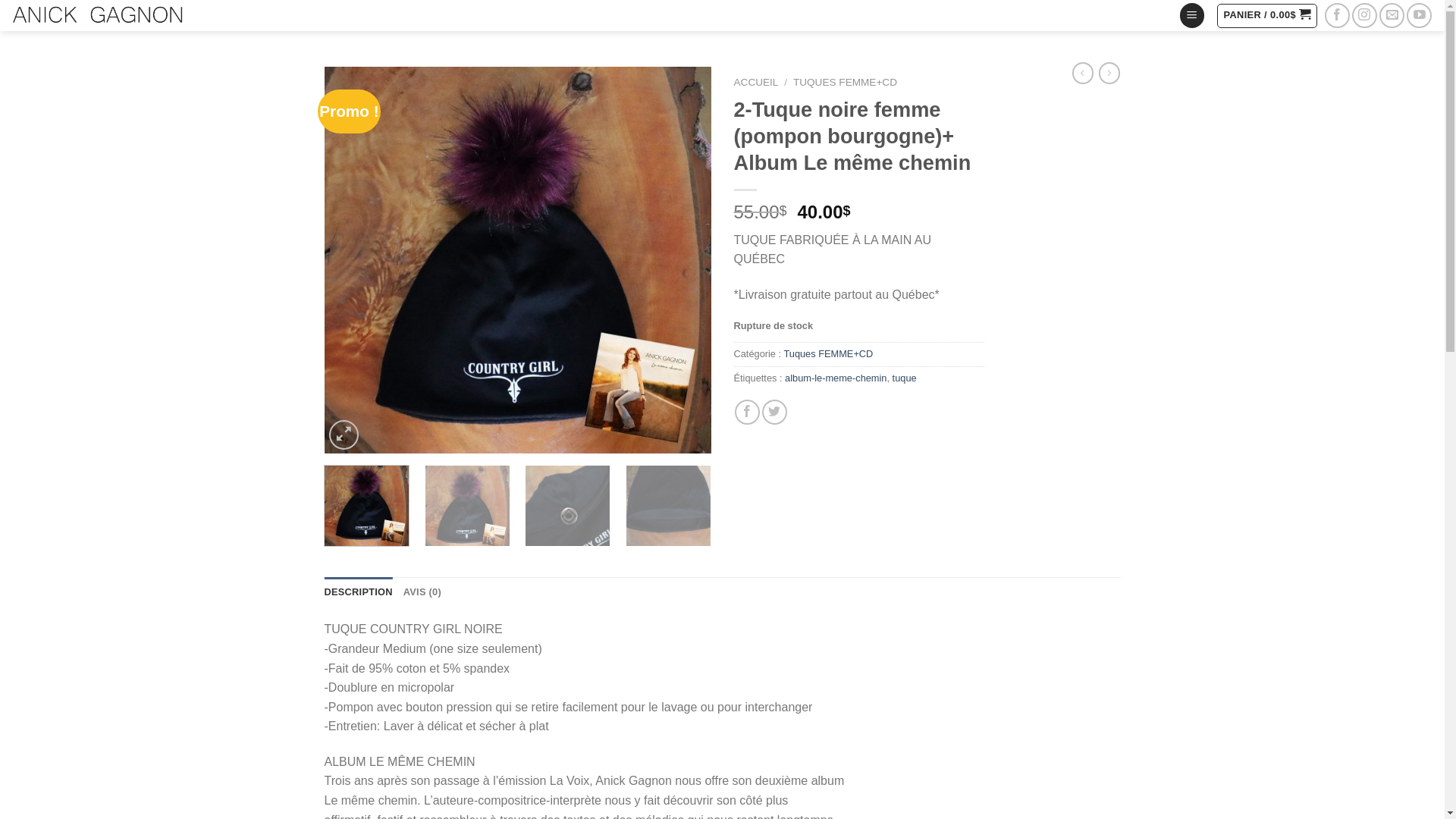 The image size is (1456, 819). What do you see at coordinates (756, 82) in the screenshot?
I see `'ACCUEIL'` at bounding box center [756, 82].